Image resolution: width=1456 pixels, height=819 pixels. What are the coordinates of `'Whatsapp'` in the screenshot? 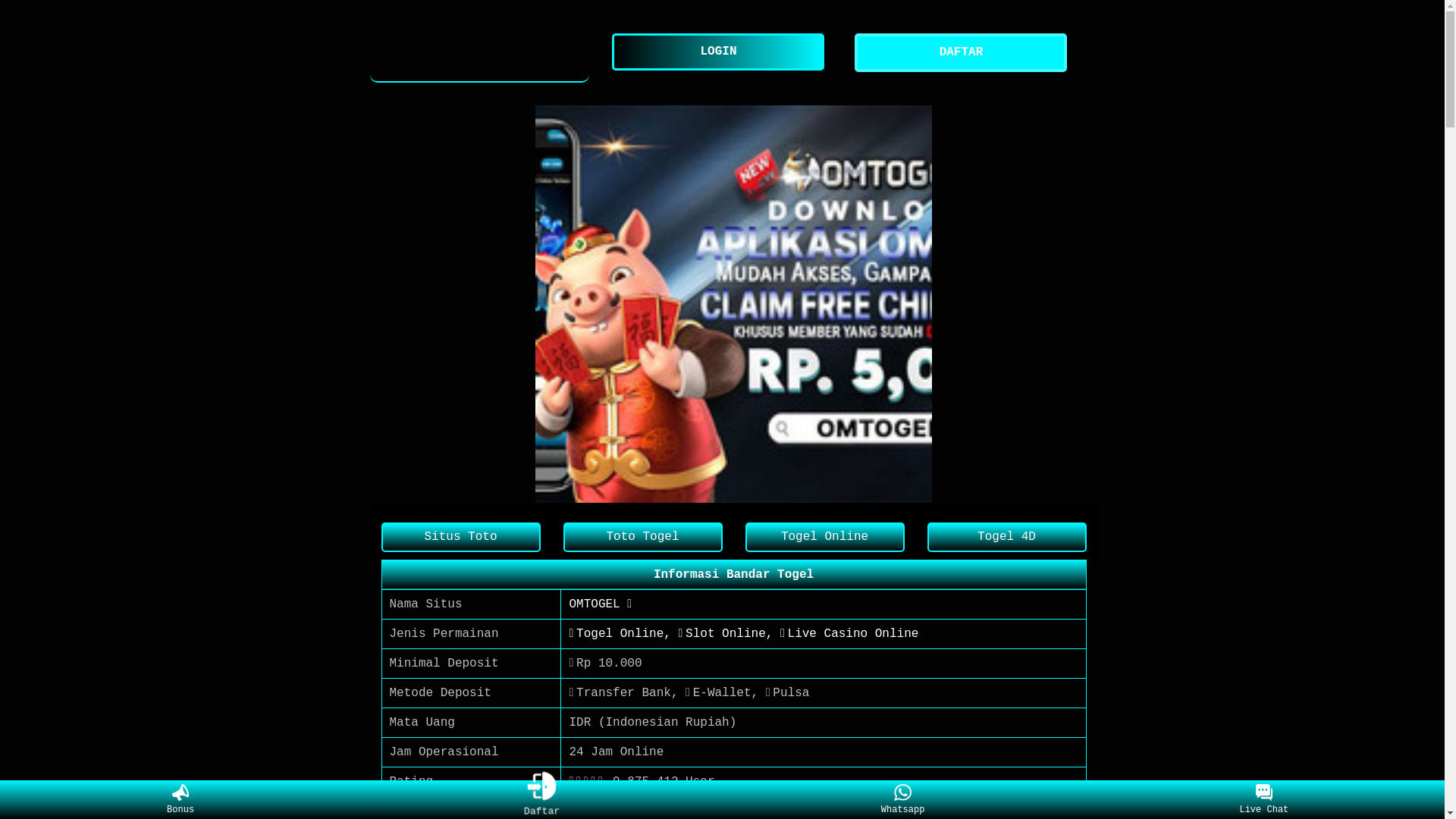 It's located at (874, 799).